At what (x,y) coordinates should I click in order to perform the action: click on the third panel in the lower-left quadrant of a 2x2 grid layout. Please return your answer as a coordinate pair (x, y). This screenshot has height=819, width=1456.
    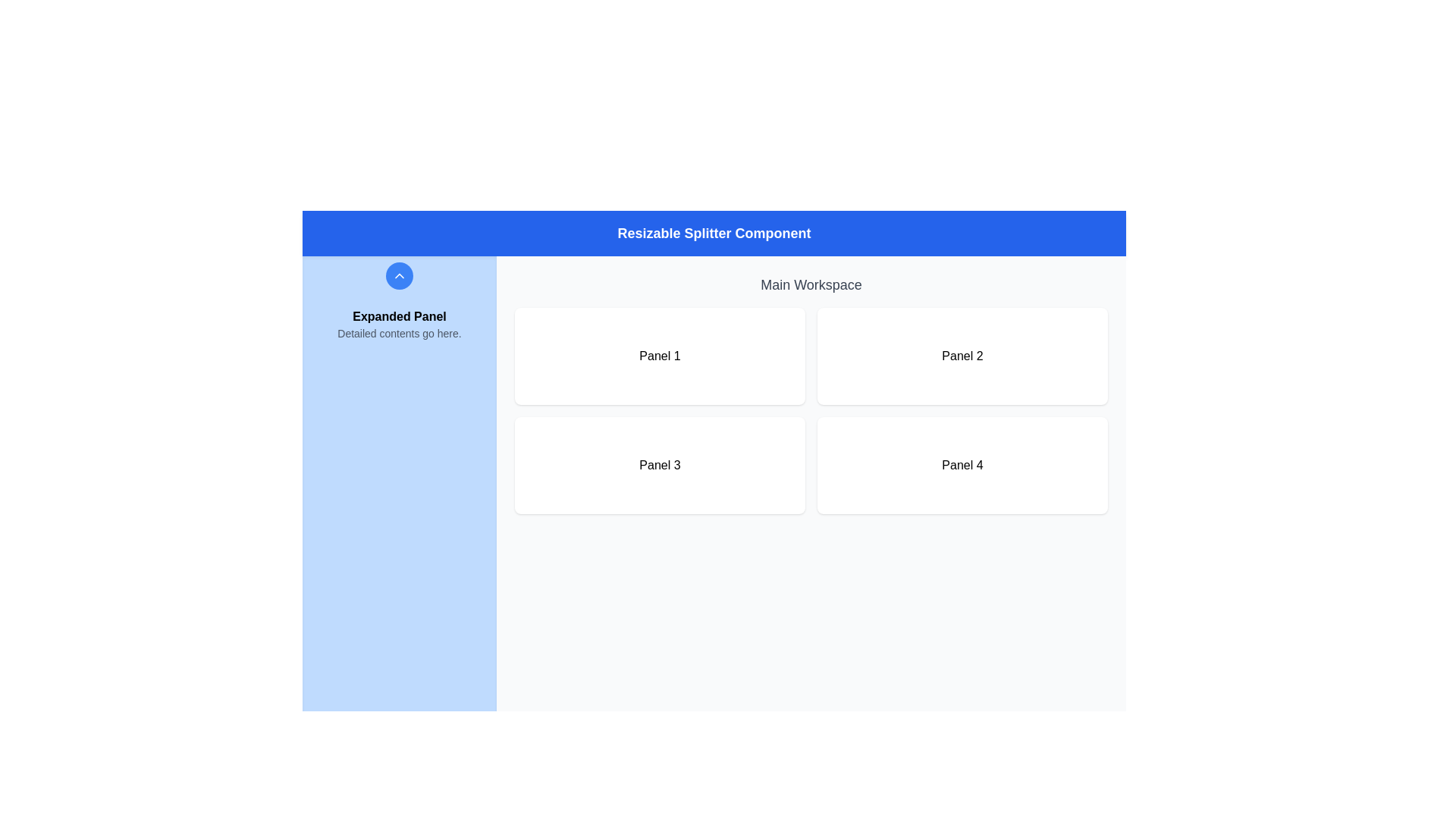
    Looking at the image, I should click on (660, 464).